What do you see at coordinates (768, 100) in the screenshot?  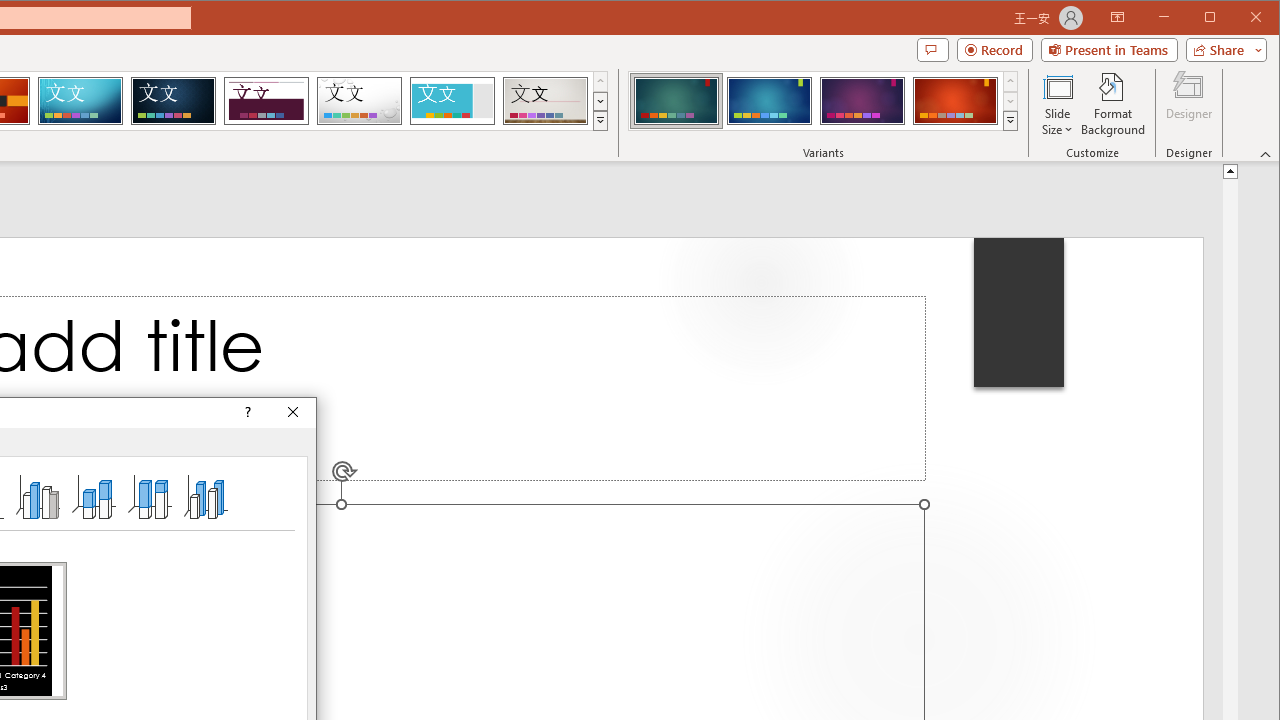 I see `'Ion Variant 2'` at bounding box center [768, 100].